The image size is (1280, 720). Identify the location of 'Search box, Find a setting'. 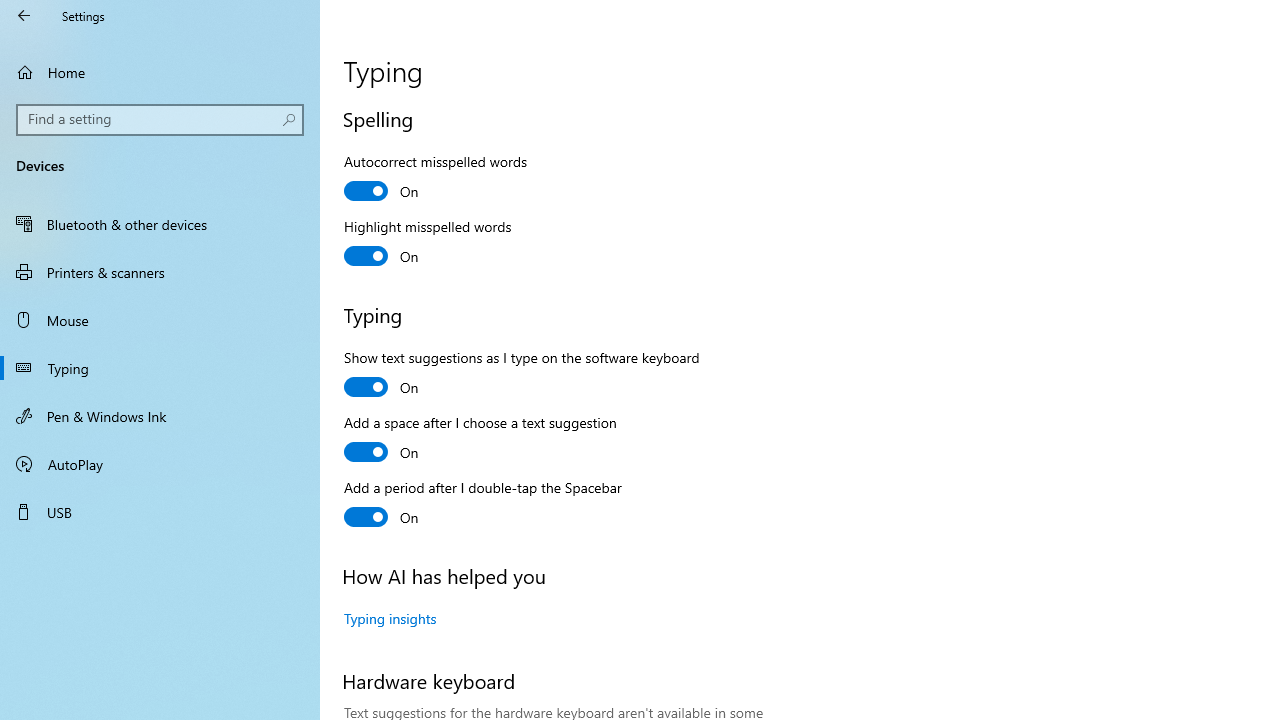
(160, 119).